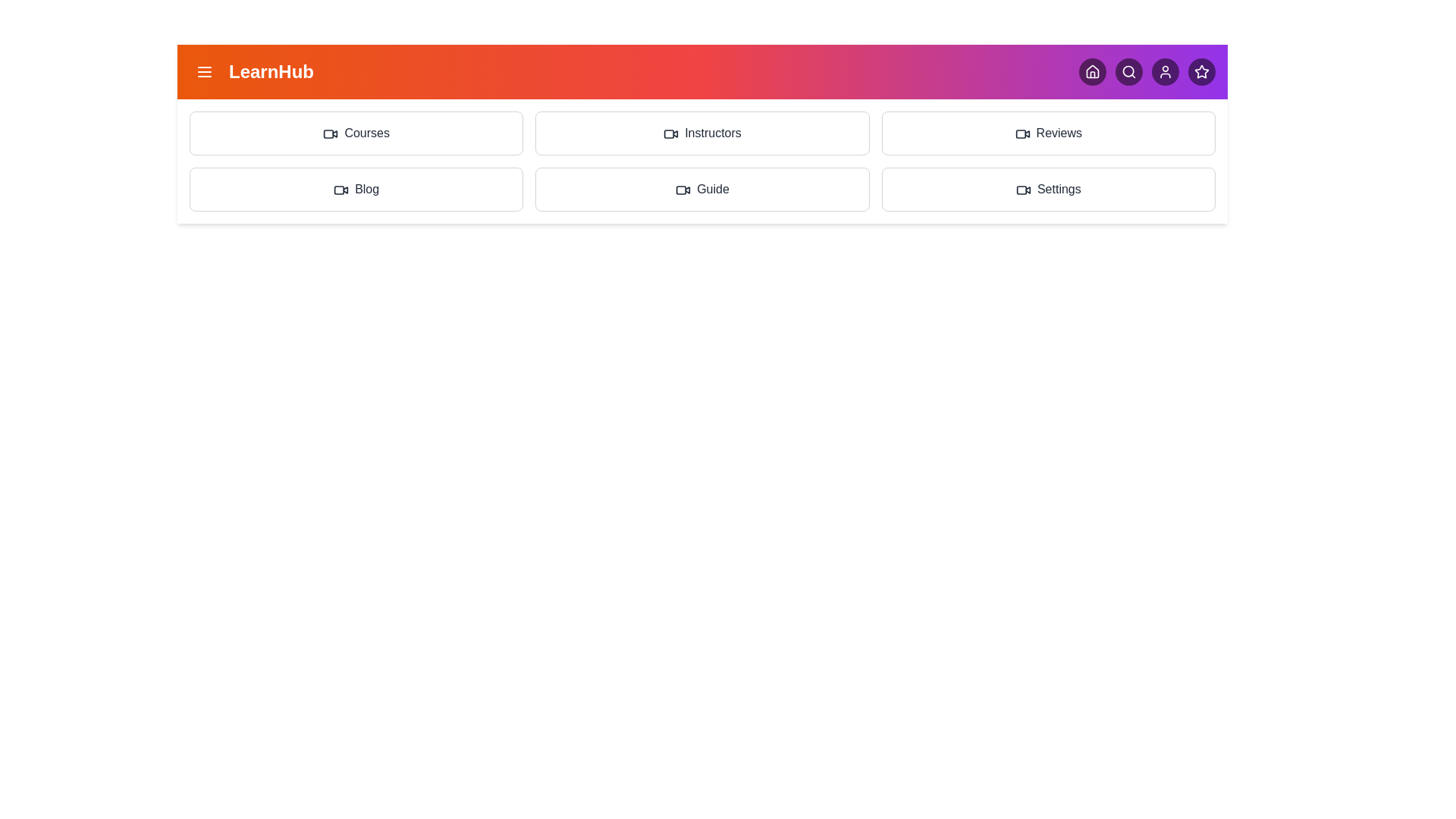  I want to click on the menu item Reviews, so click(1047, 133).